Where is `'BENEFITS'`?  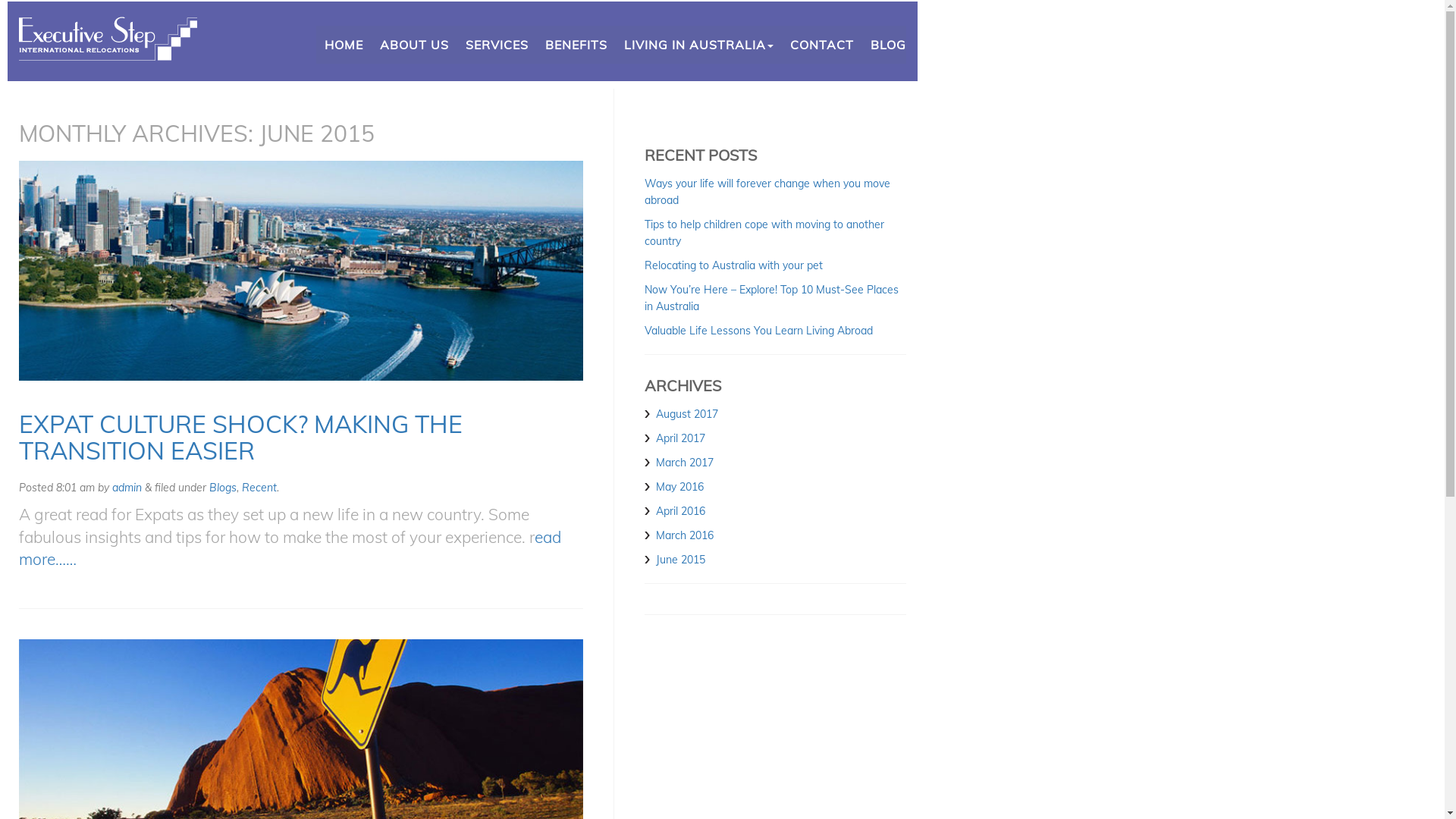 'BENEFITS' is located at coordinates (575, 43).